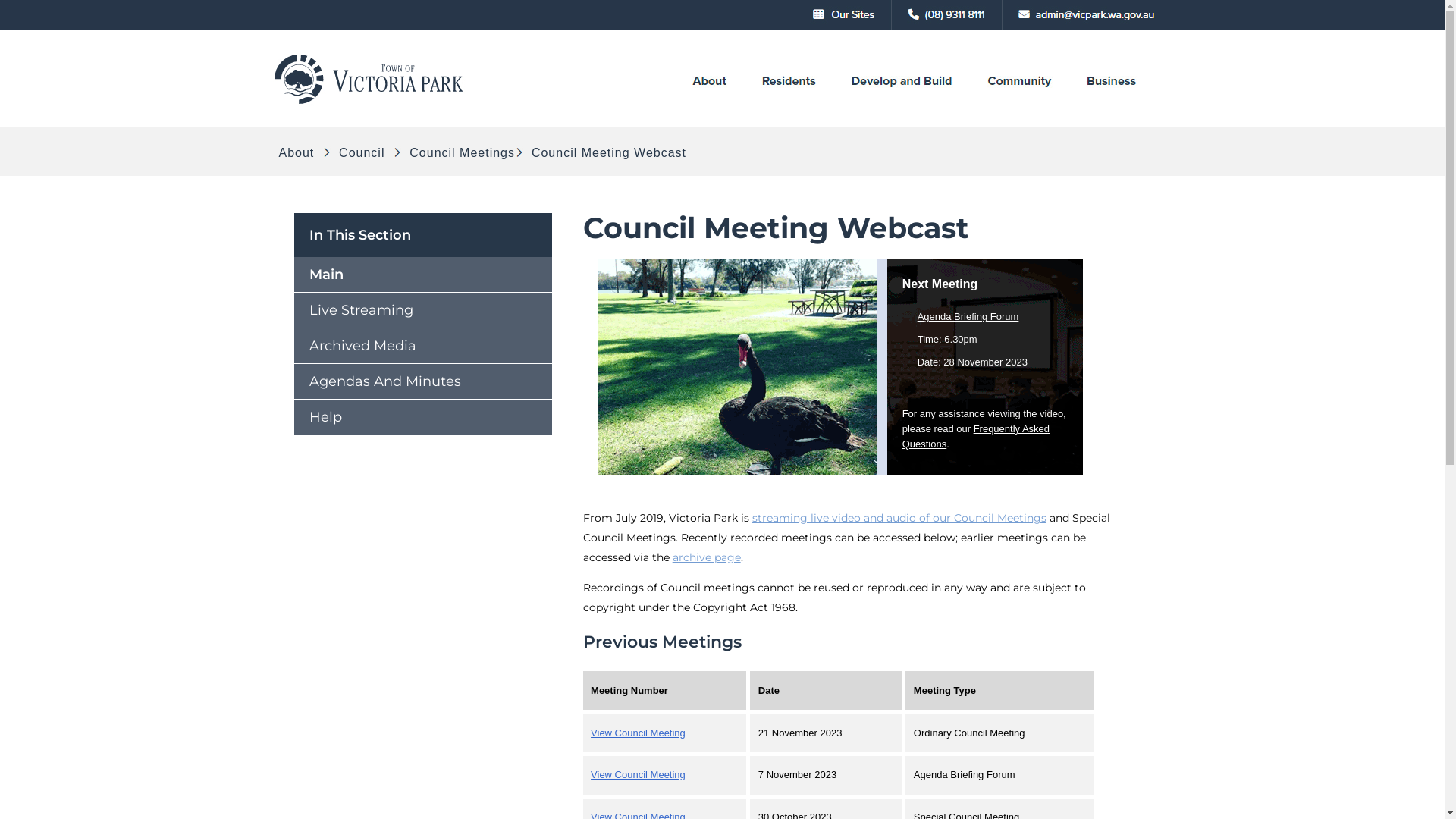  Describe the element at coordinates (705, 557) in the screenshot. I see `'archive page'` at that location.